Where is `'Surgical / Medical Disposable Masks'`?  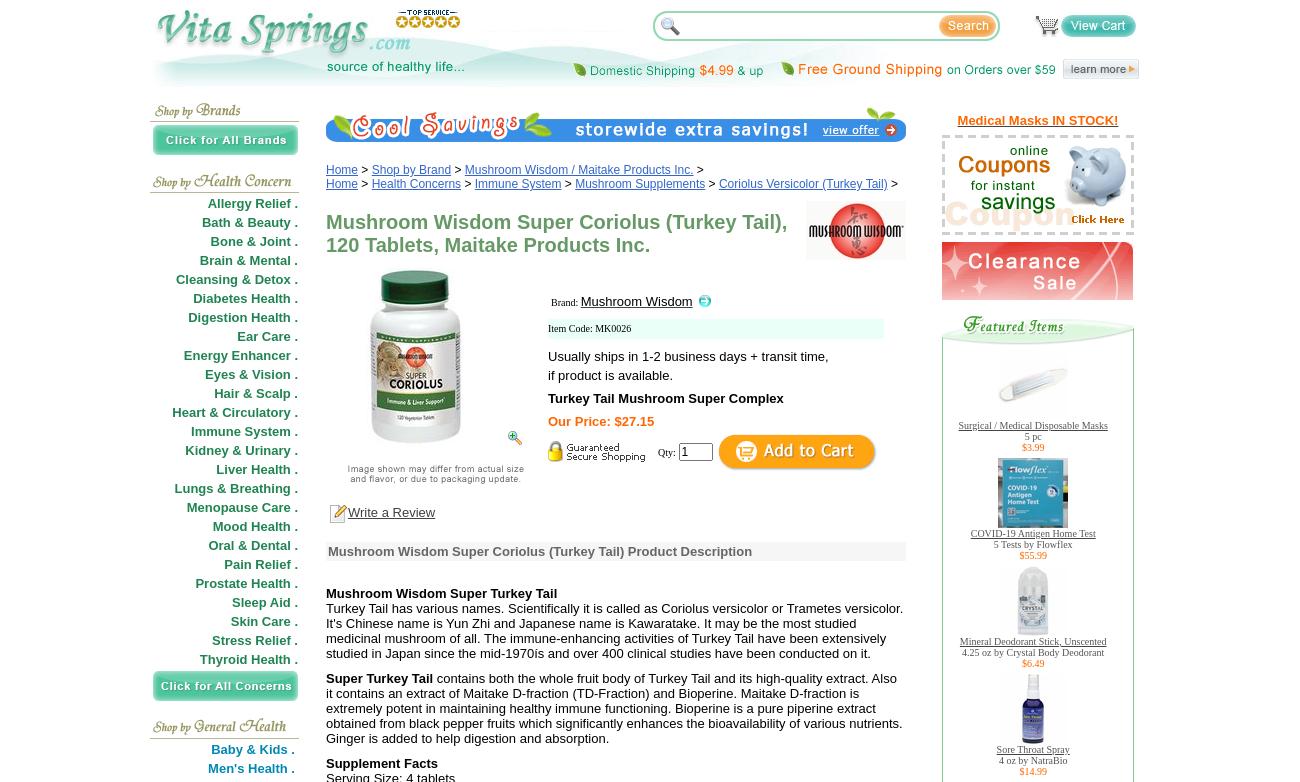 'Surgical / Medical Disposable Masks' is located at coordinates (1032, 425).